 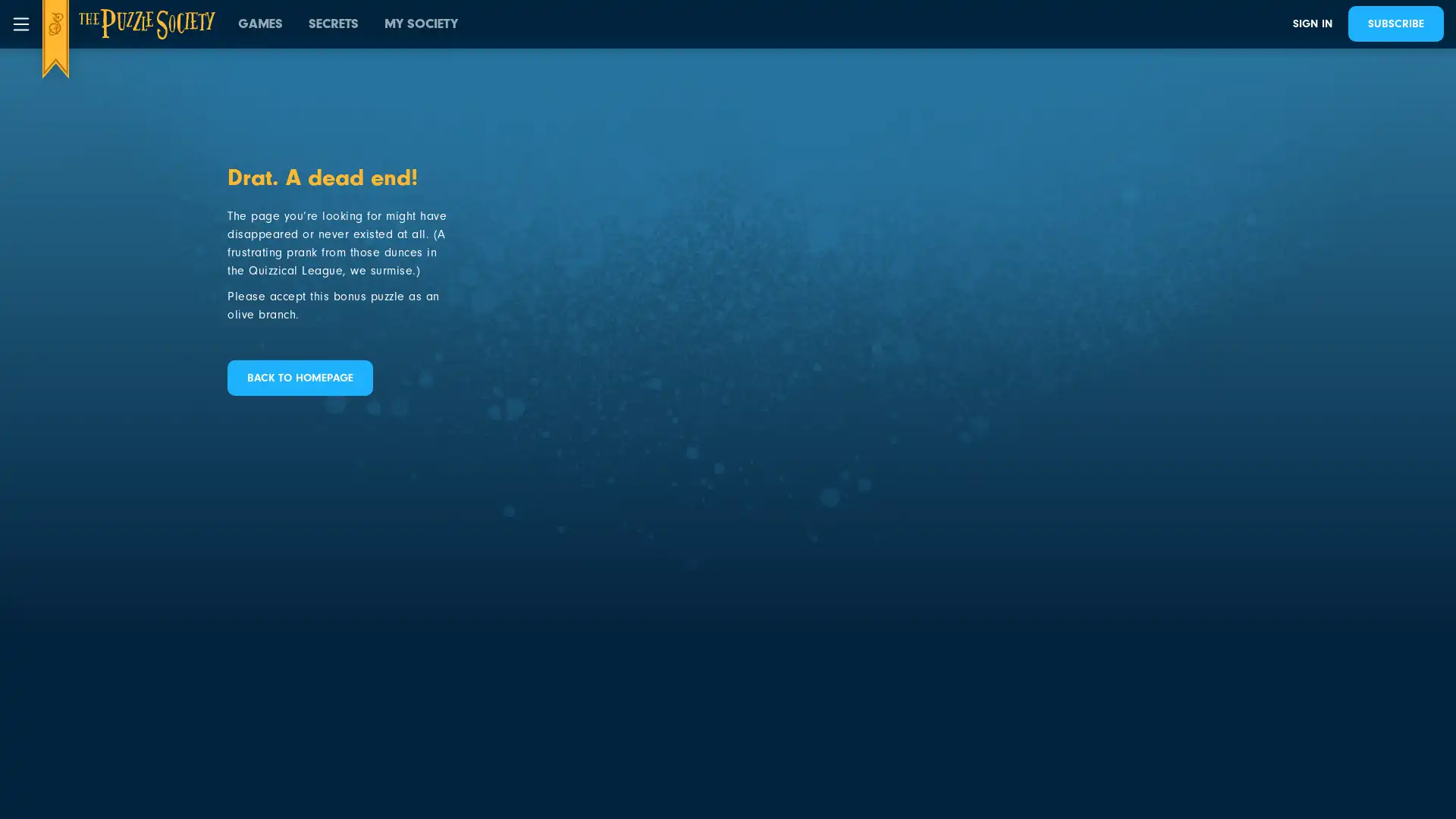 What do you see at coordinates (421, 24) in the screenshot?
I see `MY SOCIETY` at bounding box center [421, 24].